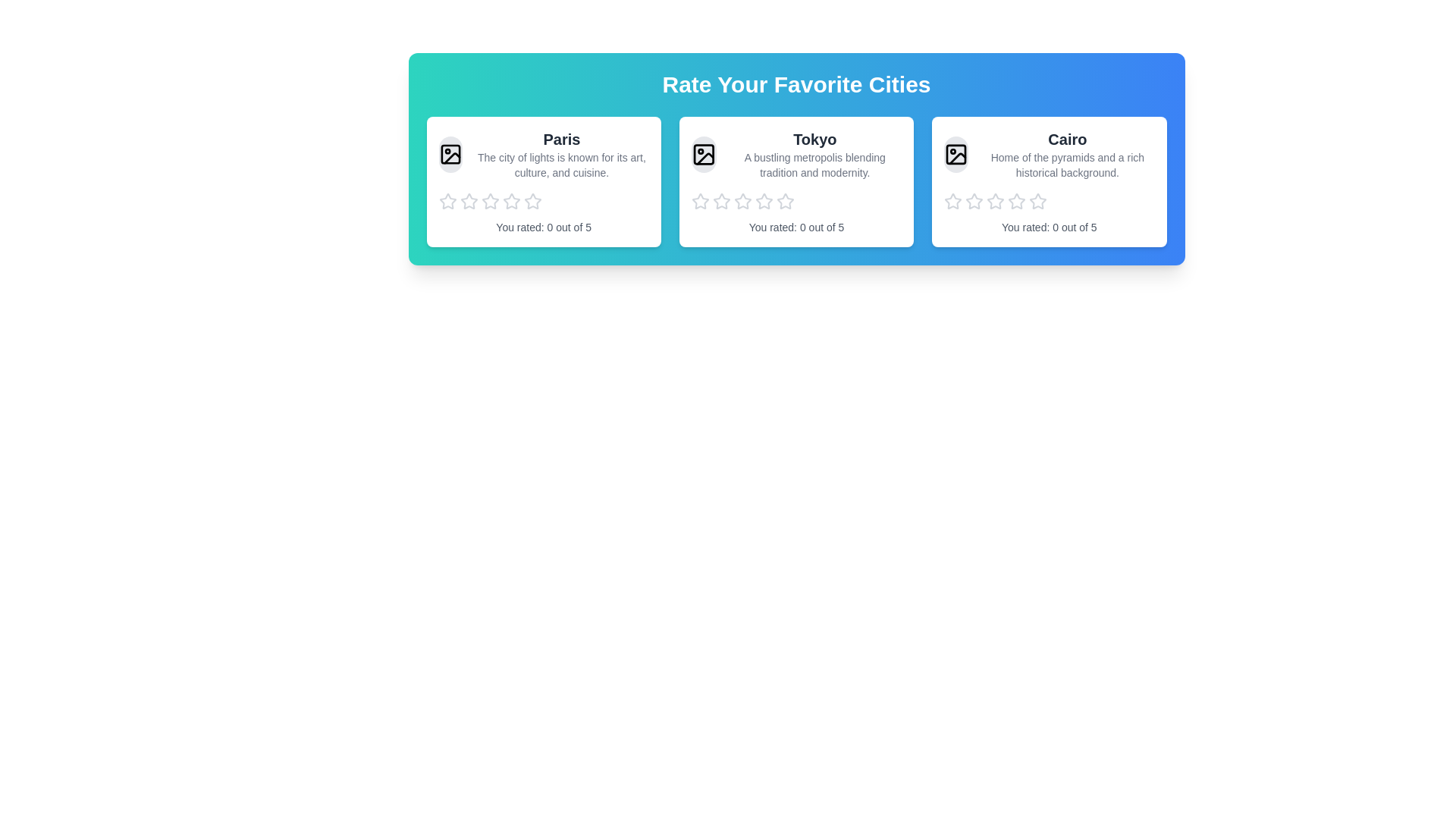 The height and width of the screenshot is (819, 1456). Describe the element at coordinates (955, 155) in the screenshot. I see `the Decorative SVG element with rounded corners located in the circular icon area of the 'Cairo' card under the 'Rate Your Favorite Cities' title` at that location.